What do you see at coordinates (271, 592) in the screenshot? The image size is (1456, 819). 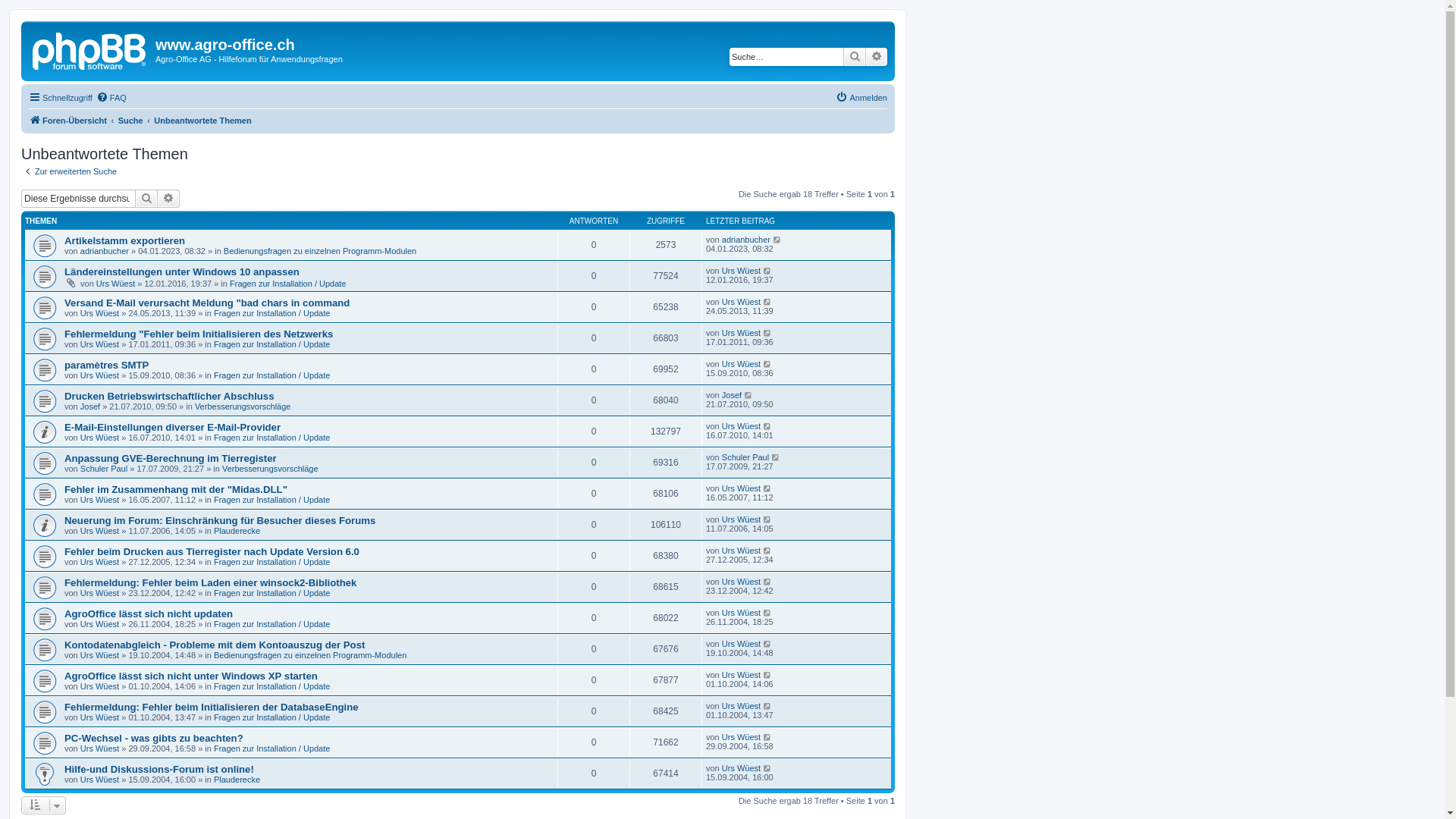 I see `'Fragen zur Installation / Update'` at bounding box center [271, 592].